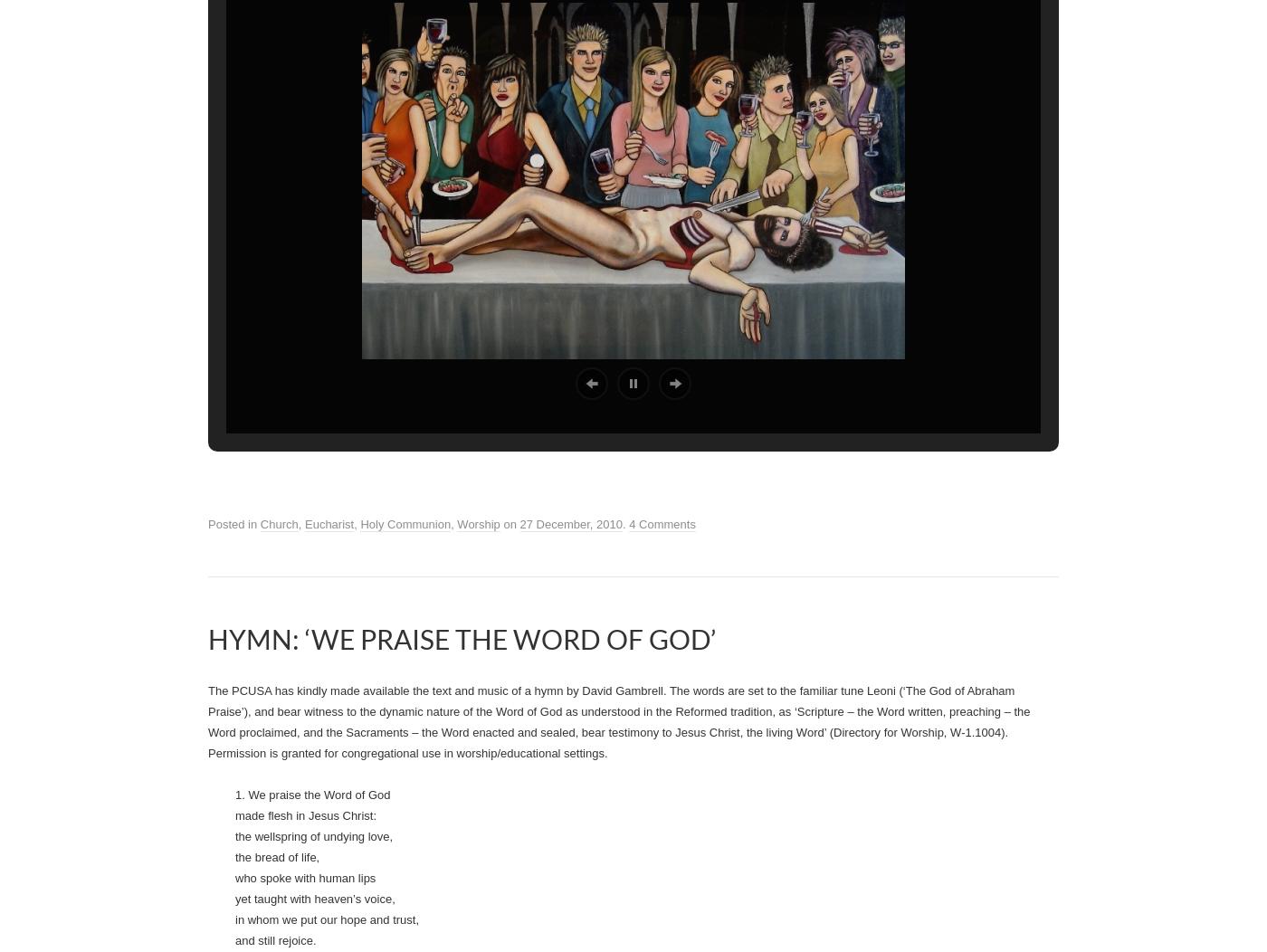 The image size is (1267, 952). Describe the element at coordinates (568, 384) in the screenshot. I see `'.'` at that location.